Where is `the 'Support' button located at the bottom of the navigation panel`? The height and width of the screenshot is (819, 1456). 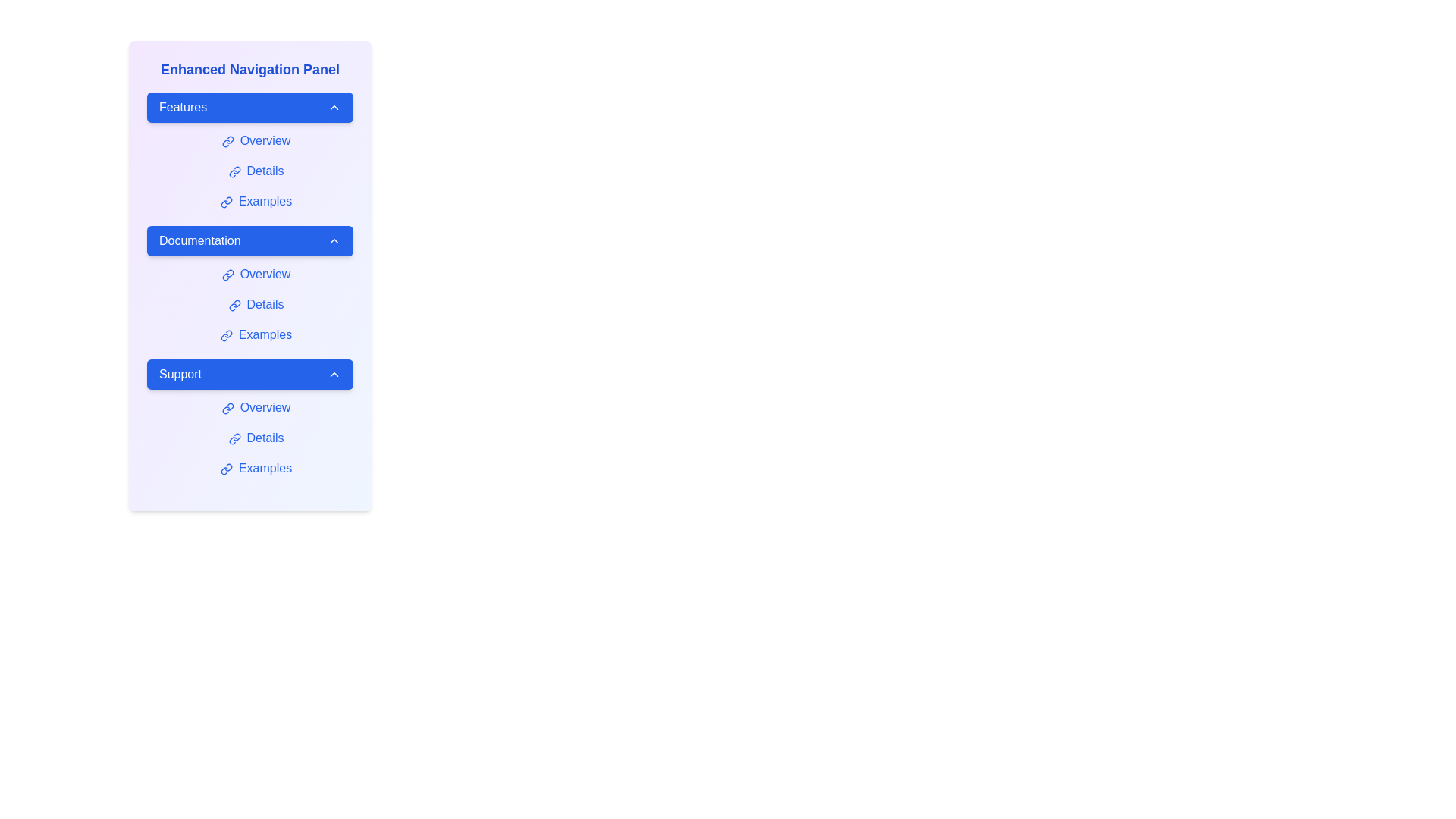 the 'Support' button located at the bottom of the navigation panel is located at coordinates (250, 374).